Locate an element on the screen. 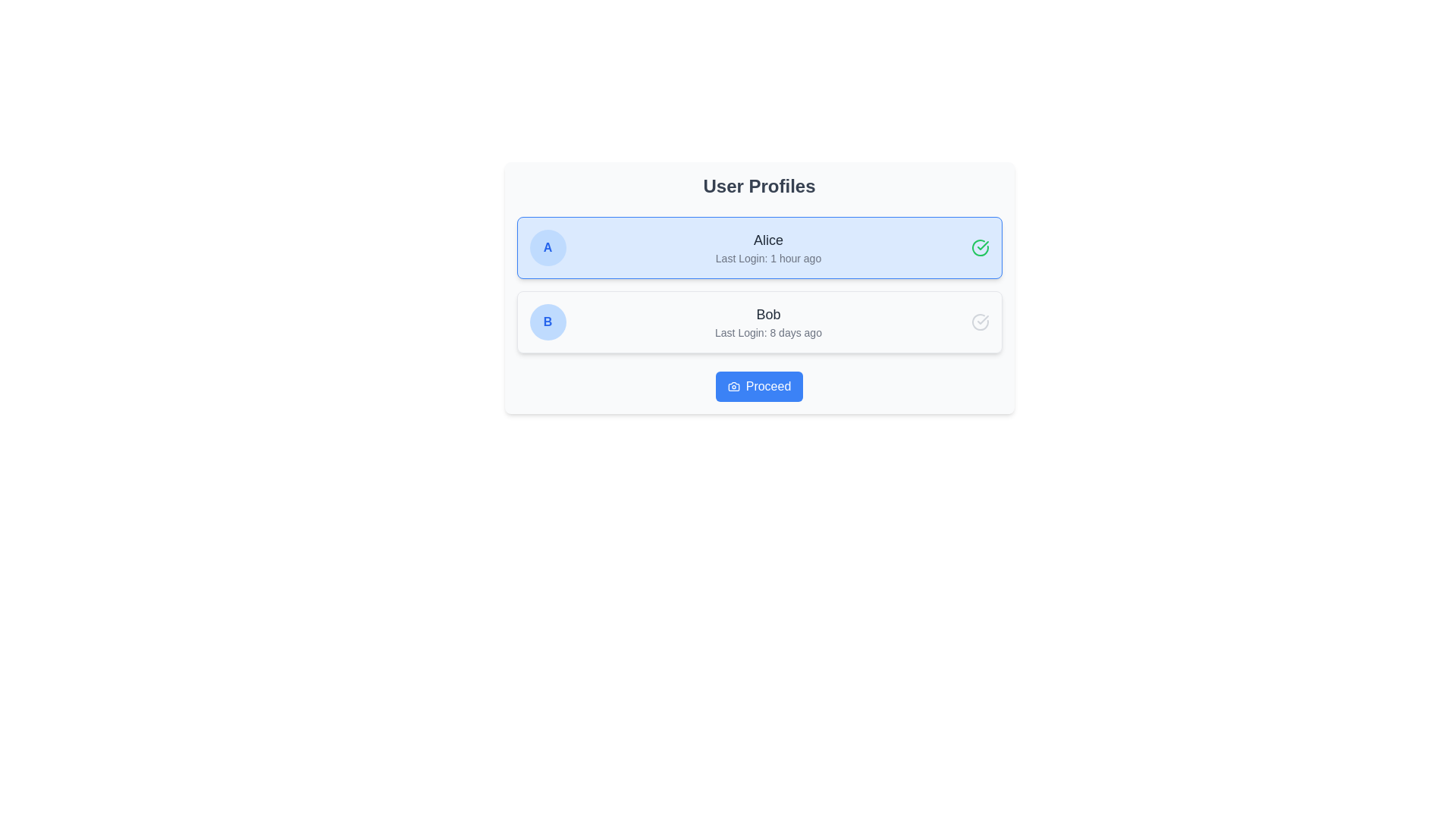  the circular blue icon with a white 'B' that represents the user entry for 'Bob', located to the left of the text 'Bob' and 'Last Login: 8 days ago' is located at coordinates (547, 321).